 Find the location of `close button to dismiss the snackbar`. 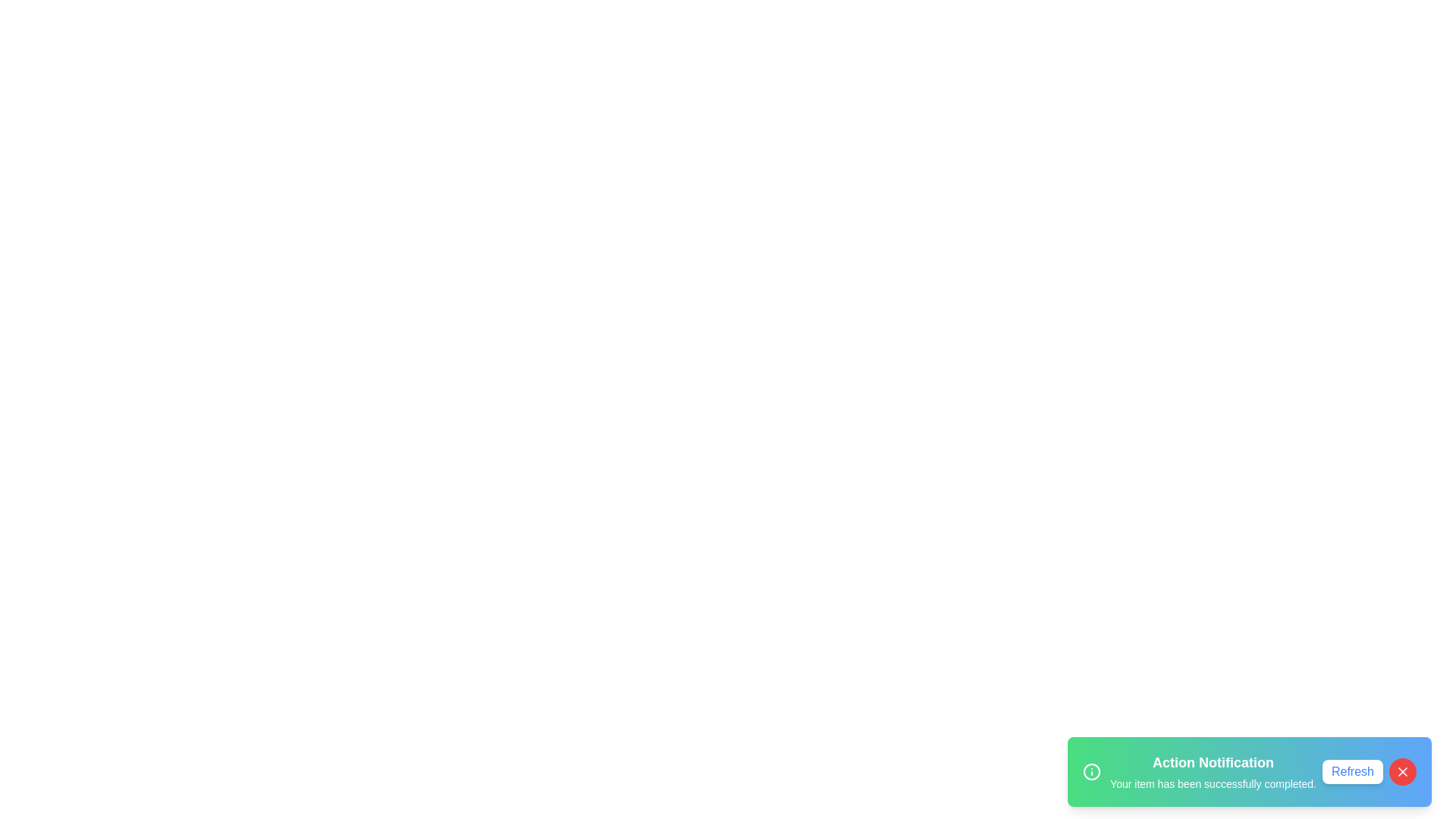

close button to dismiss the snackbar is located at coordinates (1401, 772).